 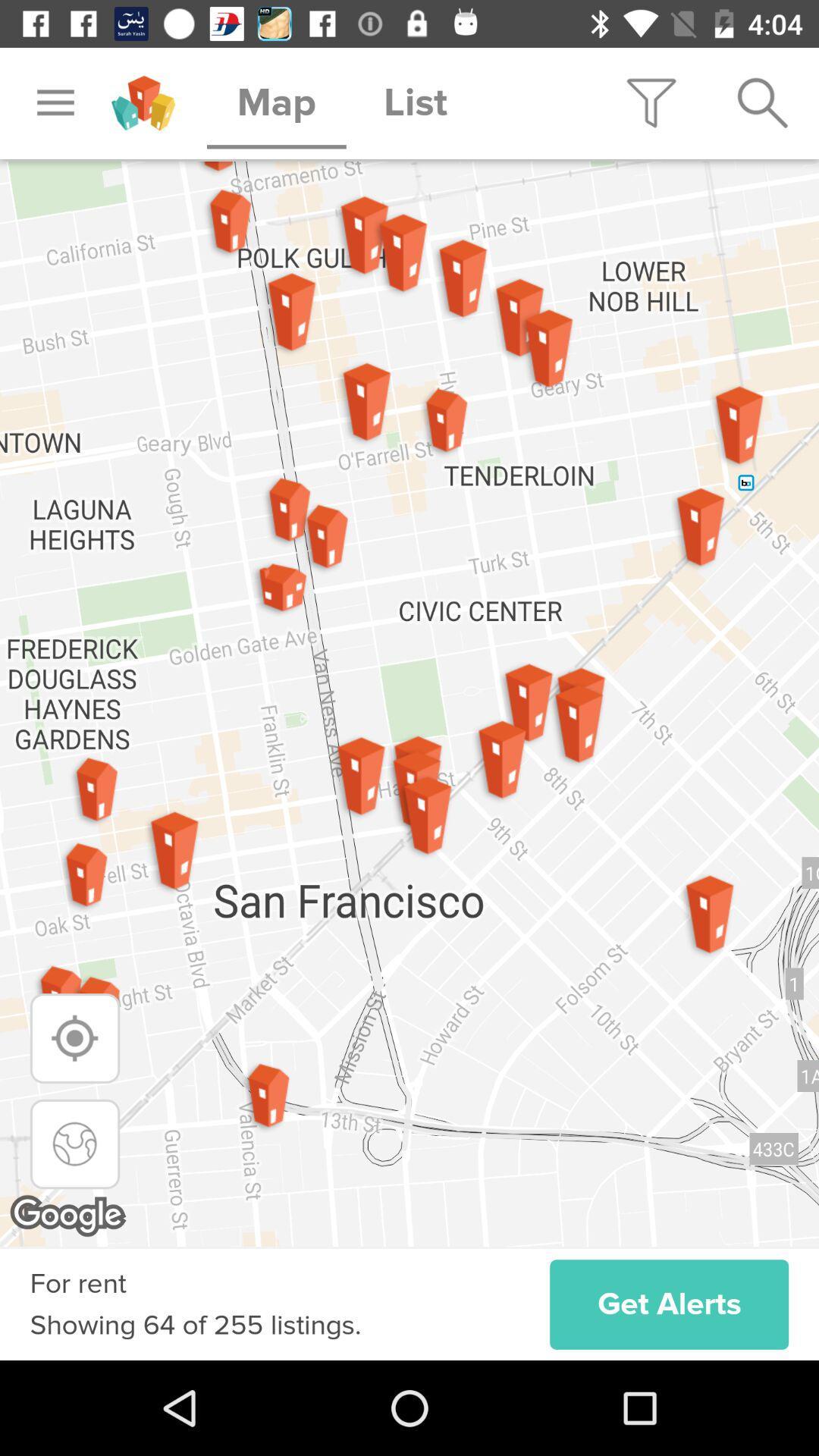 I want to click on the get alerts item, so click(x=668, y=1304).